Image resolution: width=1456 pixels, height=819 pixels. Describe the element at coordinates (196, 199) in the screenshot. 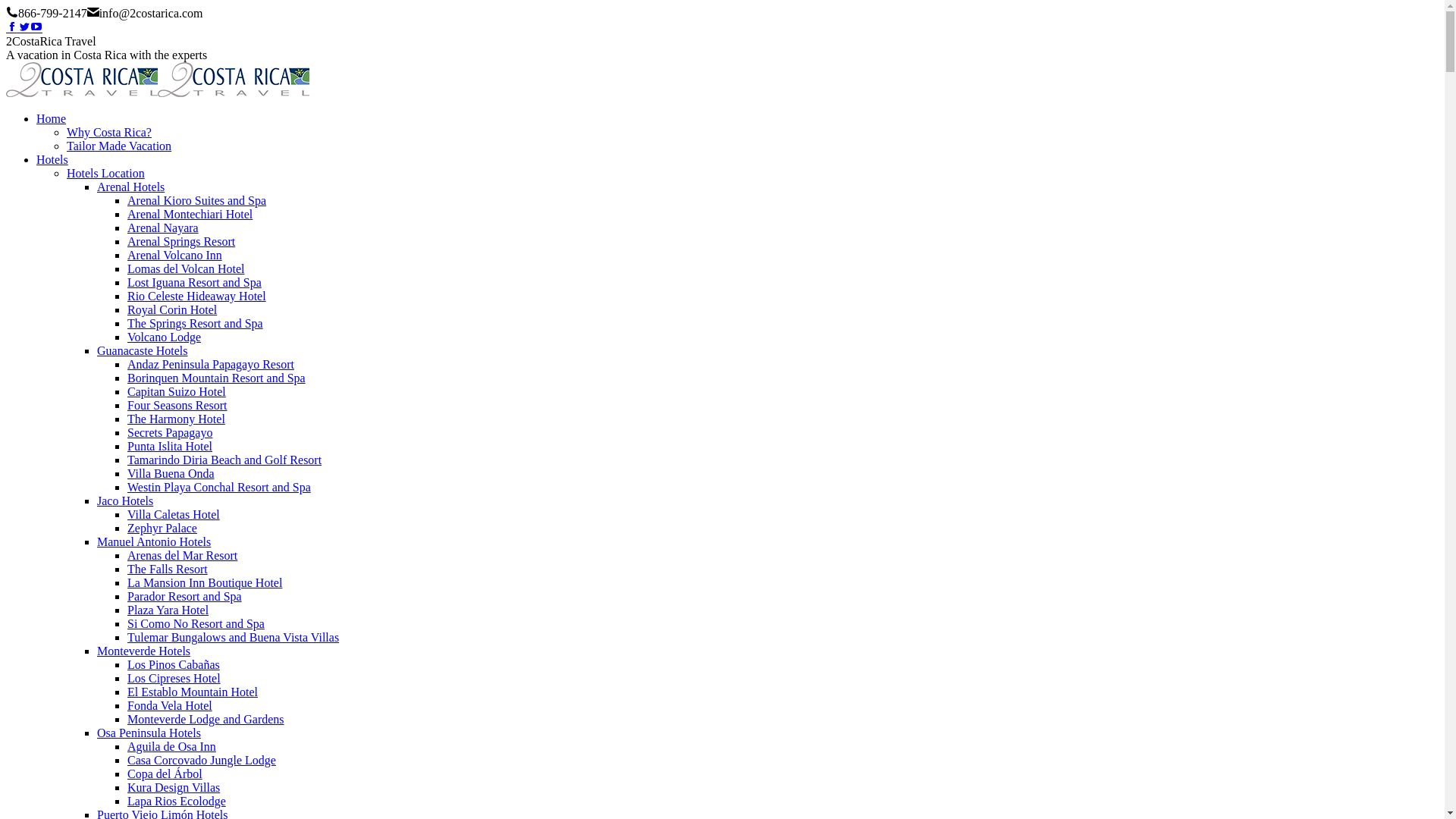

I see `'Arenal Kioro Suites and Spa'` at that location.